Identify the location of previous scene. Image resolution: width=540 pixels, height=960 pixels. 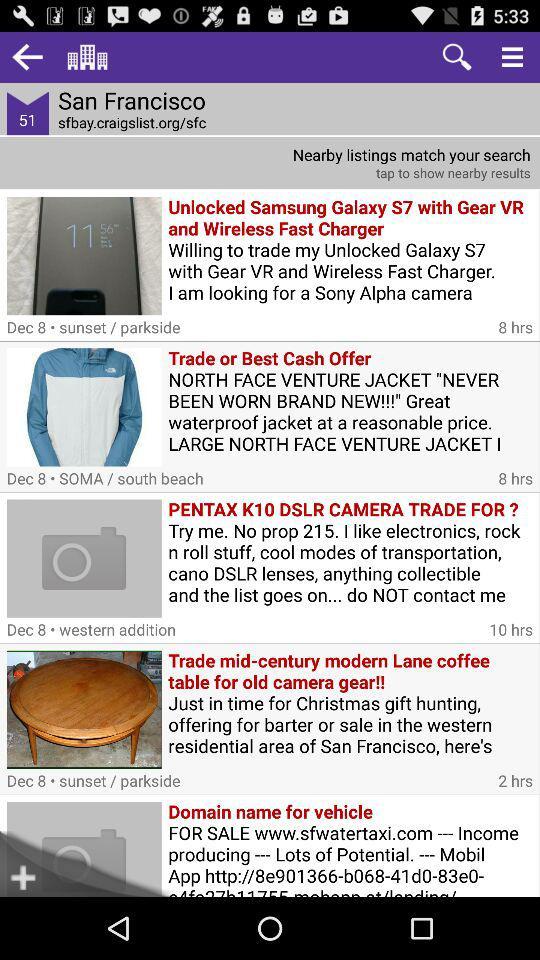
(26, 56).